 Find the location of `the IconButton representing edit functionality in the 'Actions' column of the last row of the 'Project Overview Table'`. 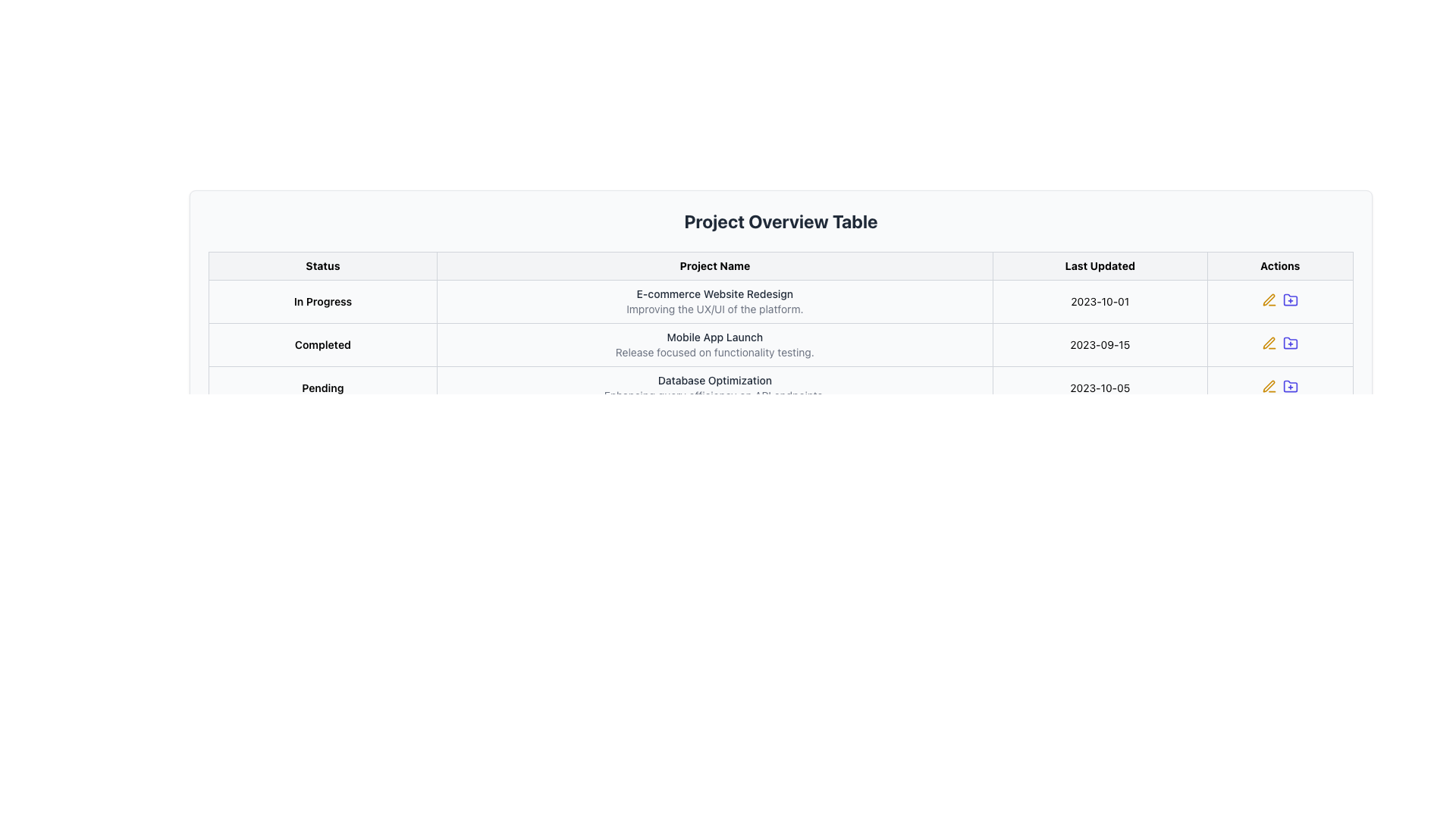

the IconButton representing edit functionality in the 'Actions' column of the last row of the 'Project Overview Table' is located at coordinates (1269, 385).